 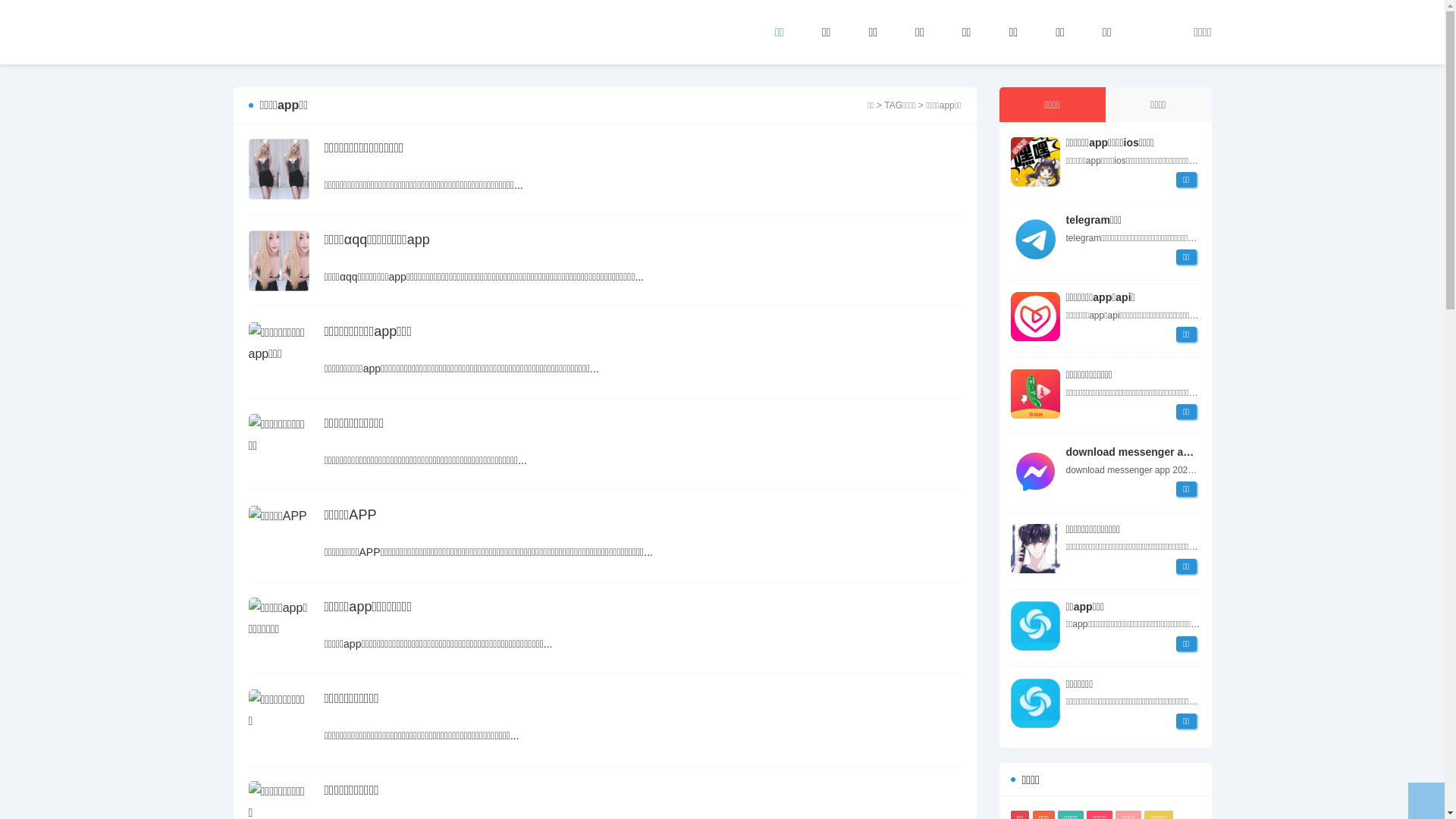 I want to click on 'download messenger app 2020', so click(x=1065, y=451).